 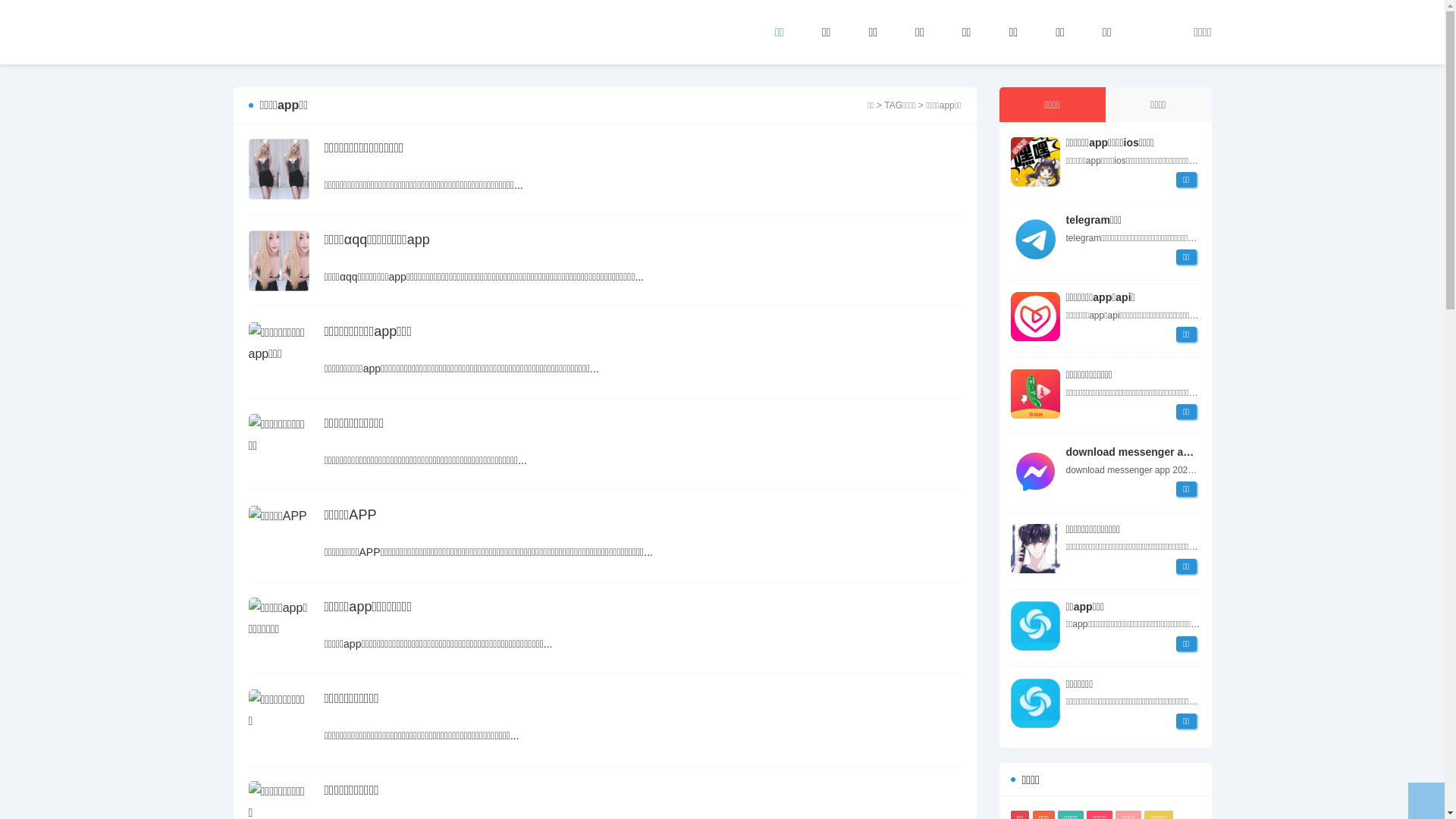 I want to click on 'download messenger app 2020', so click(x=1065, y=451).